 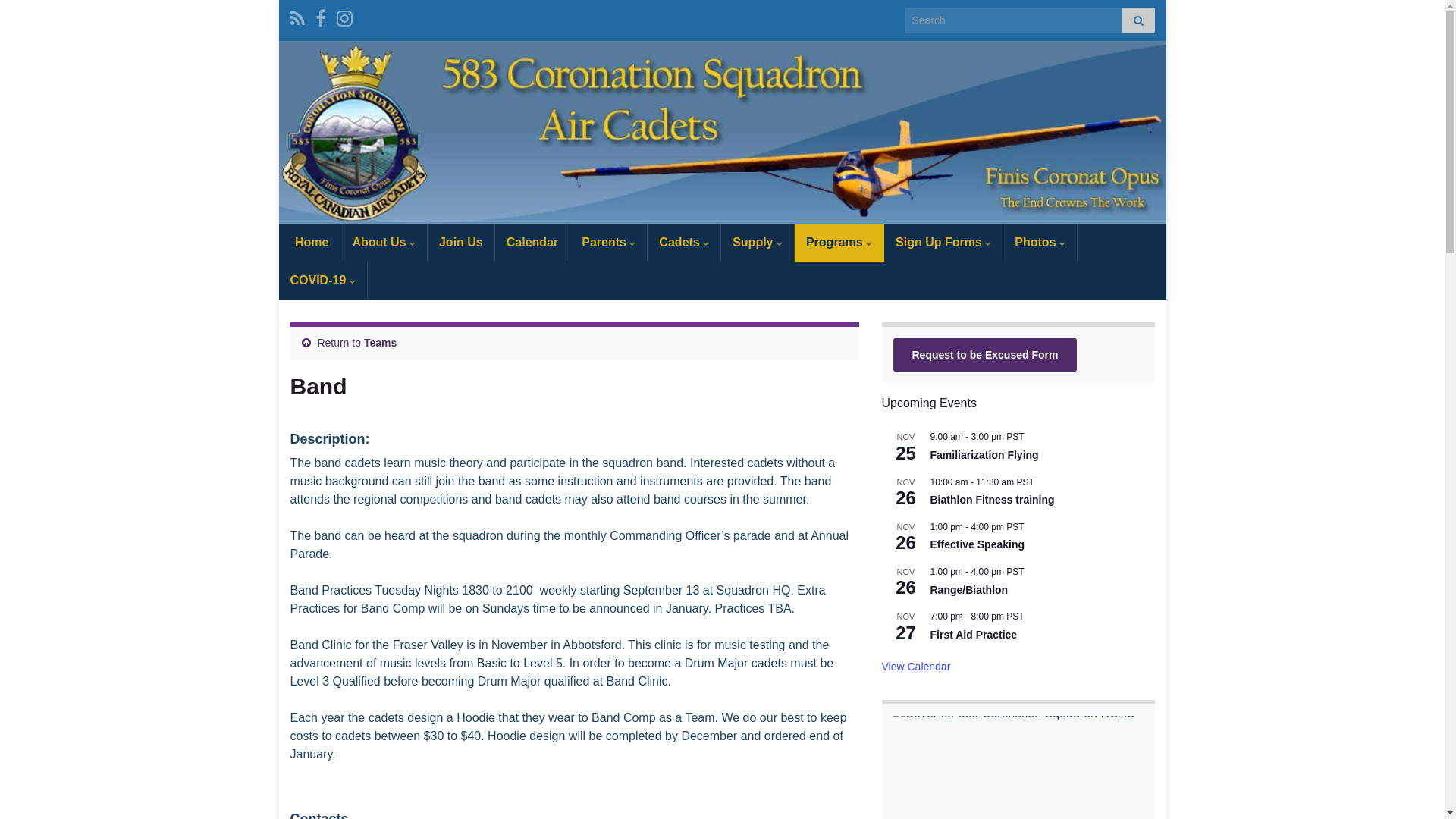 What do you see at coordinates (322, 281) in the screenshot?
I see `'COVID-19'` at bounding box center [322, 281].